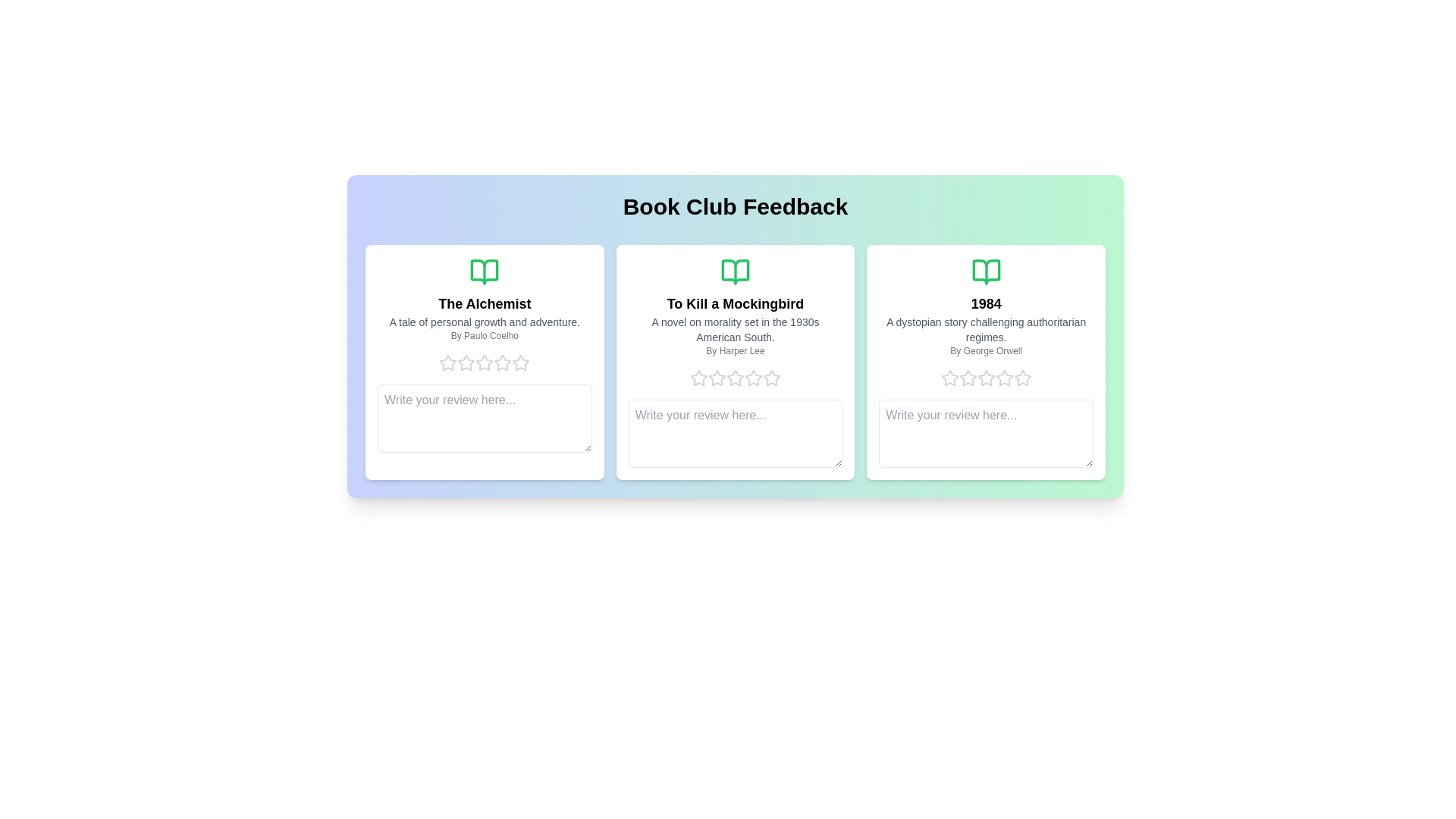 The height and width of the screenshot is (819, 1456). I want to click on the star icons in the rating component located below the text 'By George Orwell' and above the review input box for the book '1984', so click(986, 377).